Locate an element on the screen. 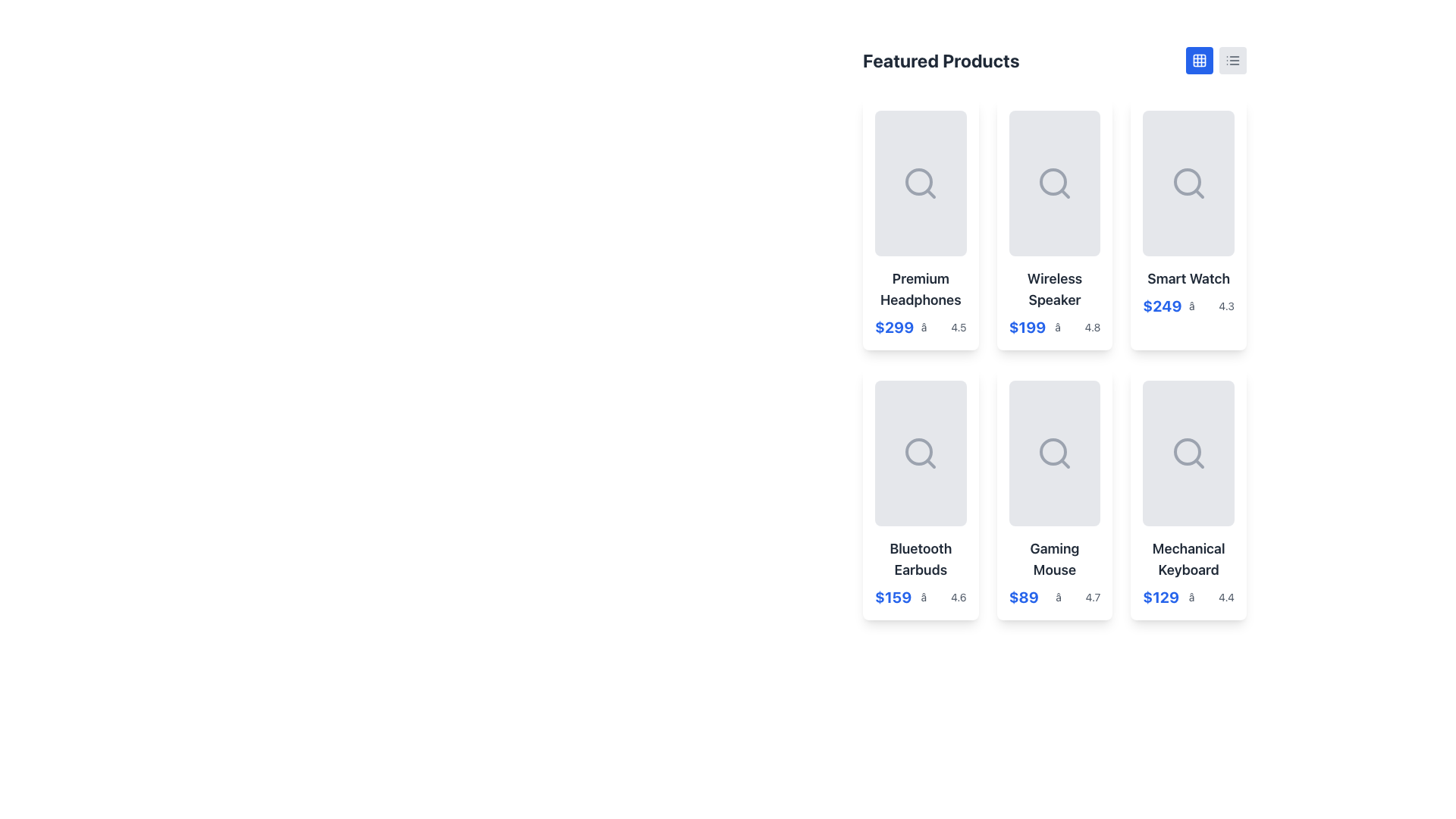 The height and width of the screenshot is (819, 1456). the search icon located in the center of the third card in the top row of the grid layout under the 'Featured Products' section is located at coordinates (1198, 193).